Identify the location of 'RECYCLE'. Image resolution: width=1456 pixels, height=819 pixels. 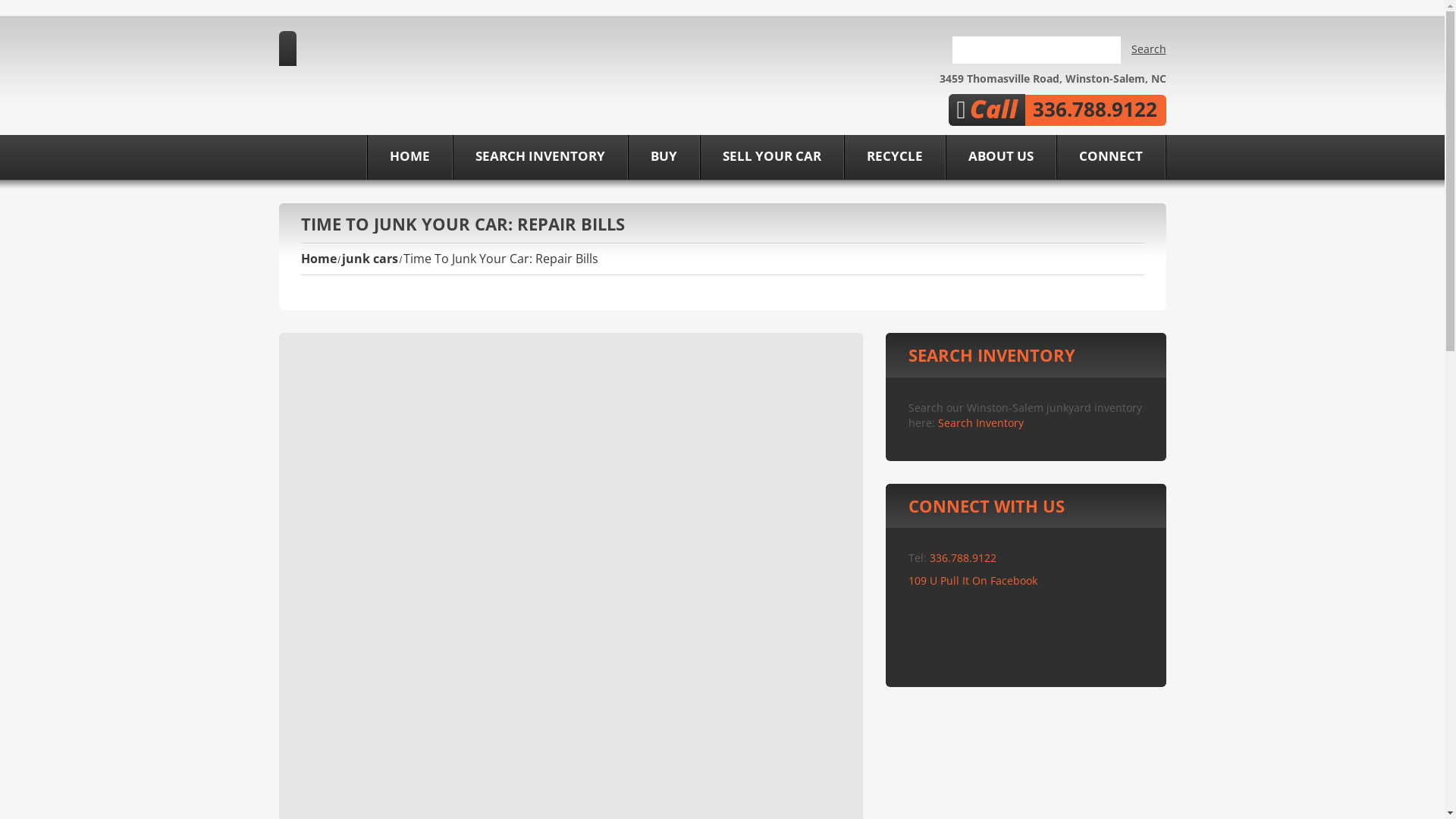
(894, 157).